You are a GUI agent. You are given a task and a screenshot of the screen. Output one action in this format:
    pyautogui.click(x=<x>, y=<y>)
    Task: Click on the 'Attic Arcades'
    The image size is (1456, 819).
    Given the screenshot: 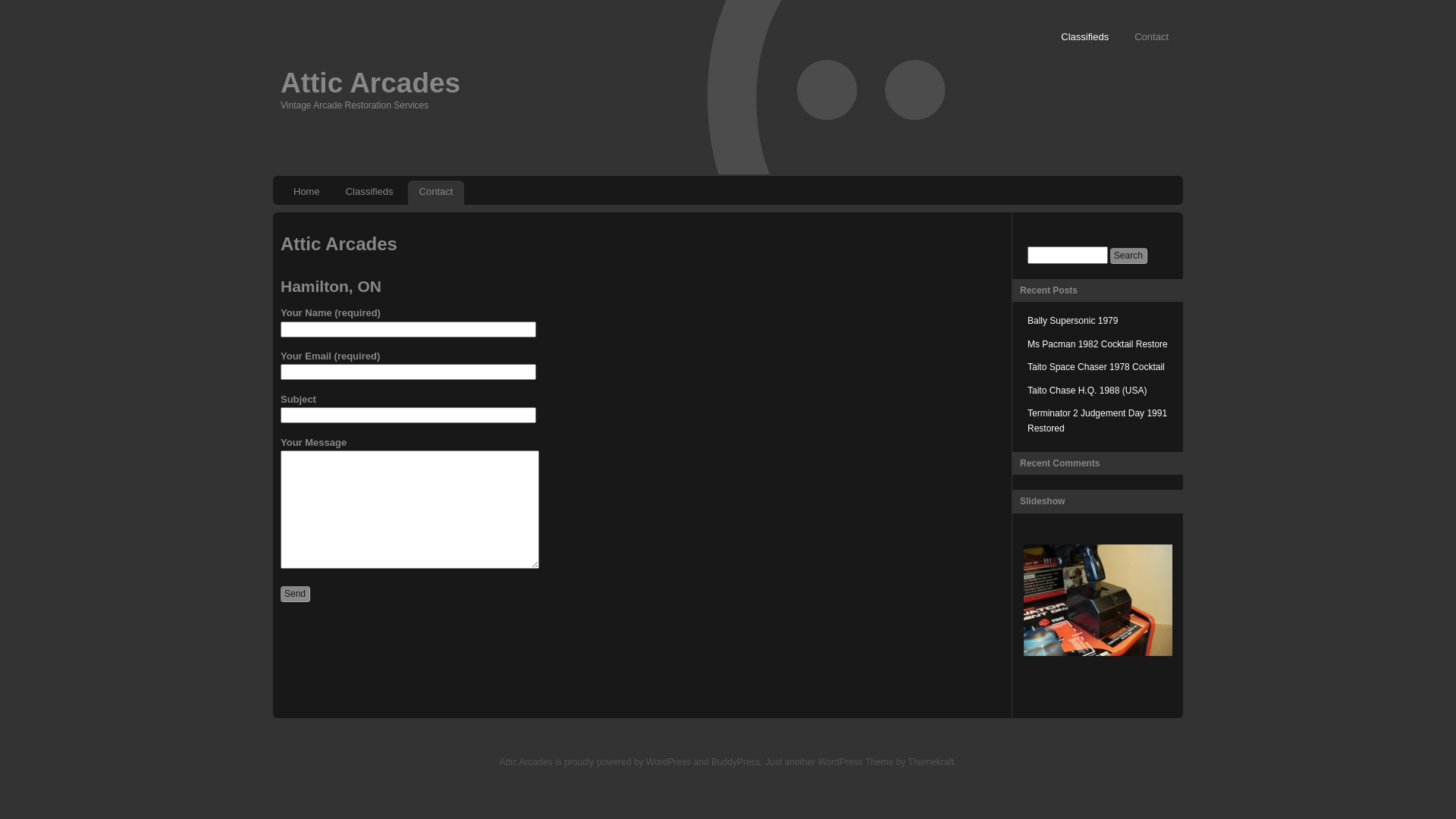 What is the action you would take?
    pyautogui.click(x=370, y=83)
    